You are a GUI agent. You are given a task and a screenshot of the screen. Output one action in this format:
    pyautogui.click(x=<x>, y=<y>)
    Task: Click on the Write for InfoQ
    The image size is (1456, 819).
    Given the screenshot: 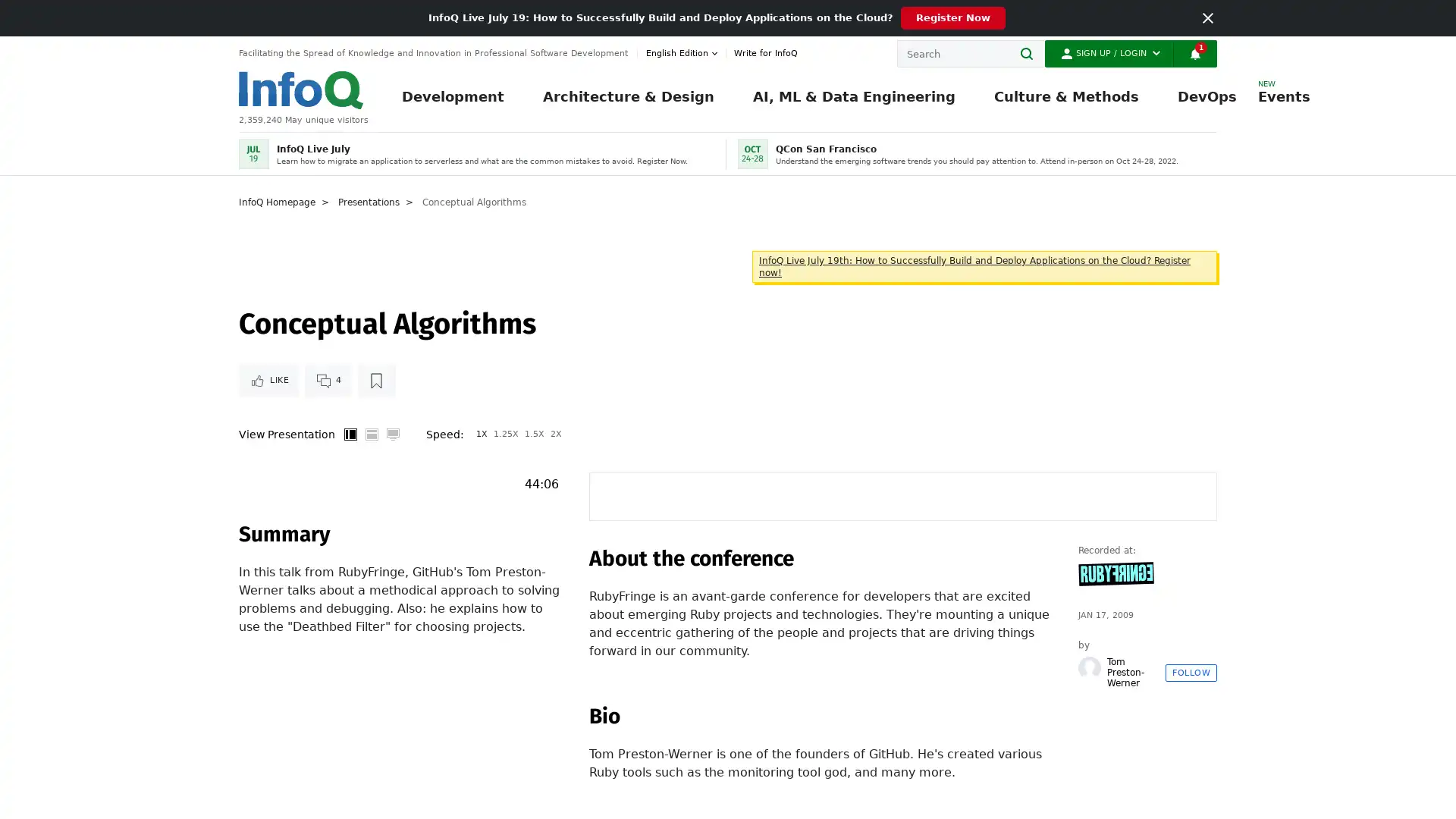 What is the action you would take?
    pyautogui.click(x=761, y=52)
    